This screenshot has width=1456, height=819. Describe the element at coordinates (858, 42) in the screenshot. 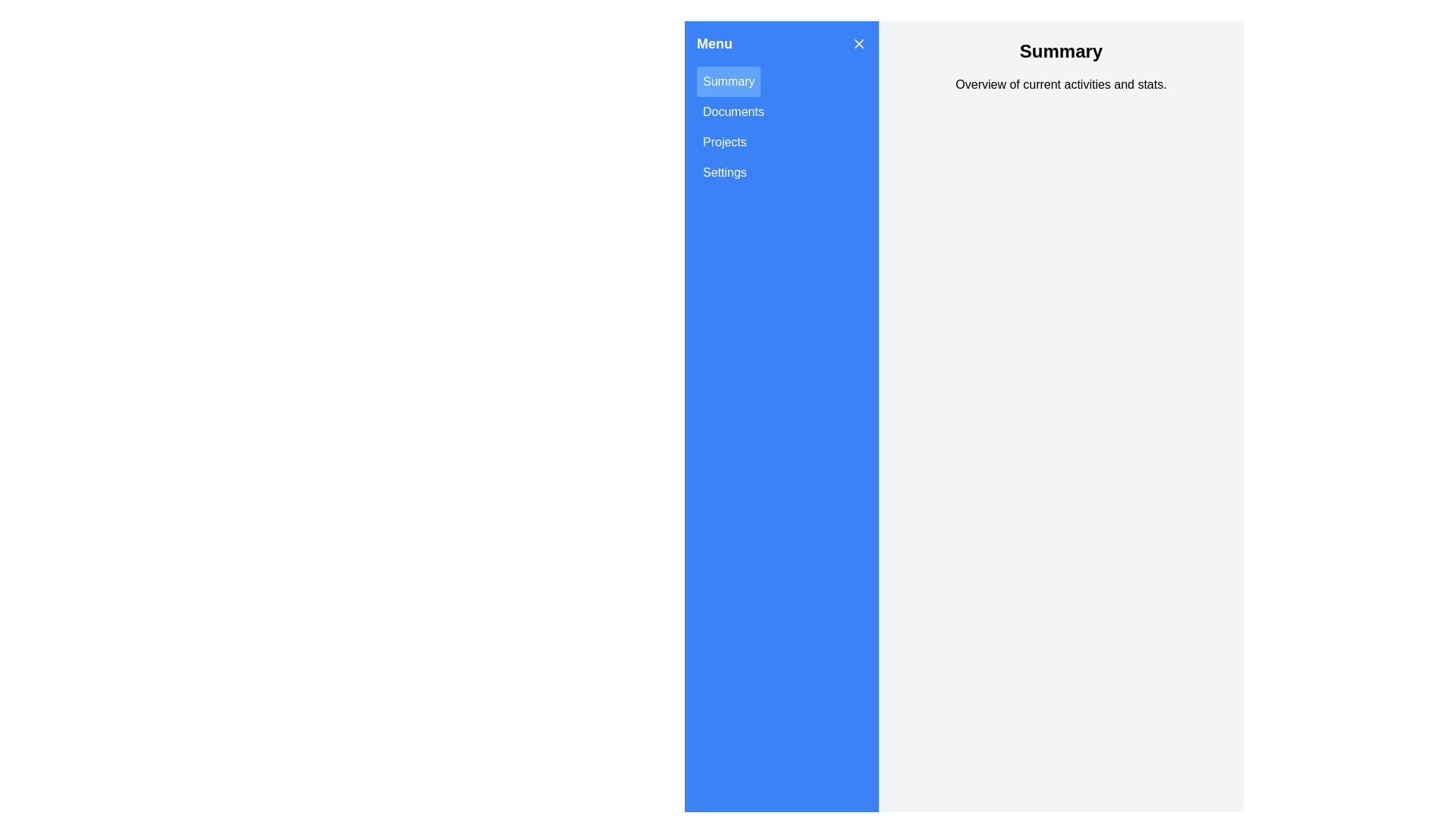

I see `the close button in the drawer's header to toggle its visibility` at that location.